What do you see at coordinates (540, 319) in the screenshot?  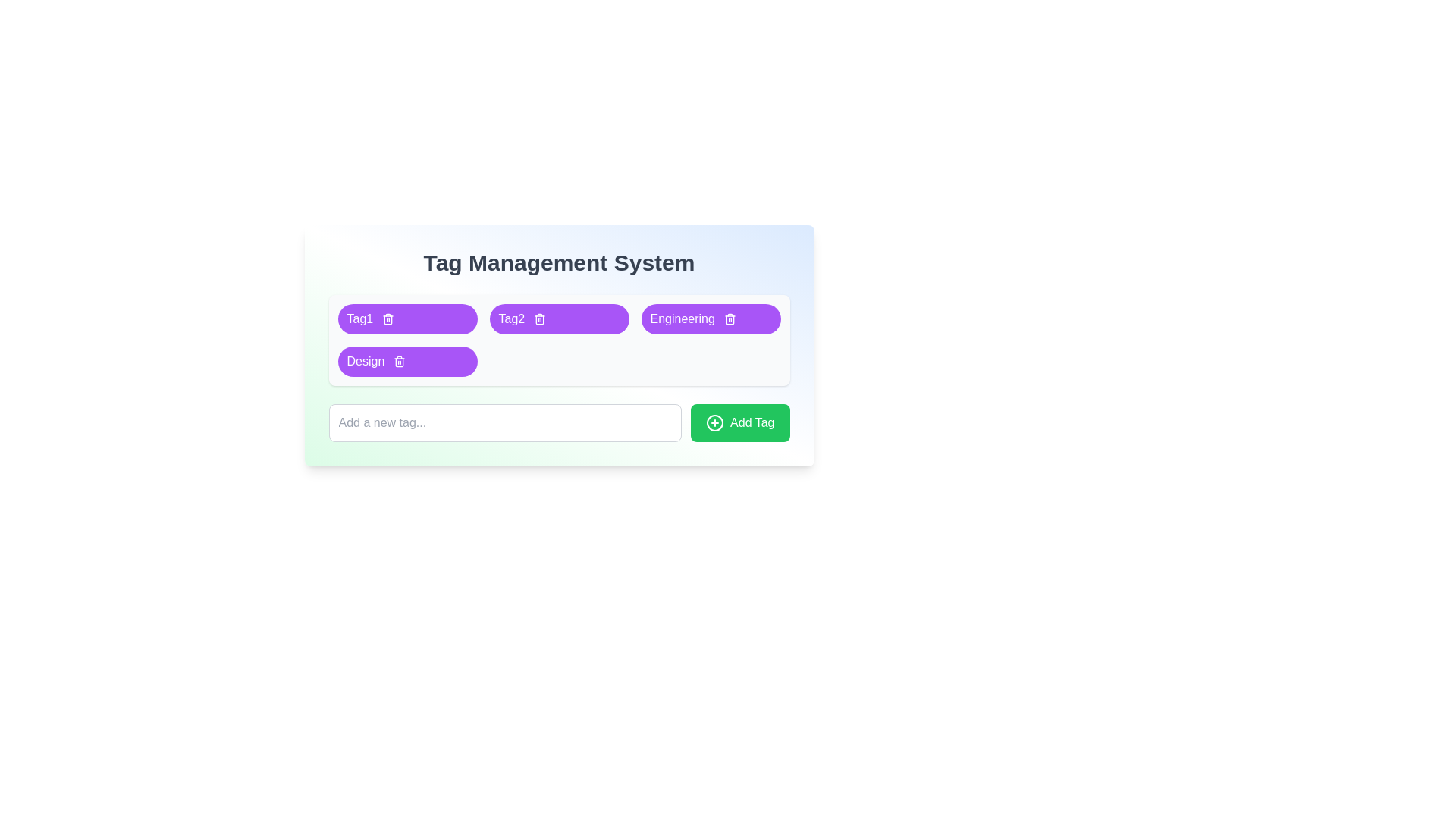 I see `the main rectangular body of the trash bin icon located inside the purple tag labeled 'Tag2', which is positioned between 'Tag1' and 'Engineering'` at bounding box center [540, 319].